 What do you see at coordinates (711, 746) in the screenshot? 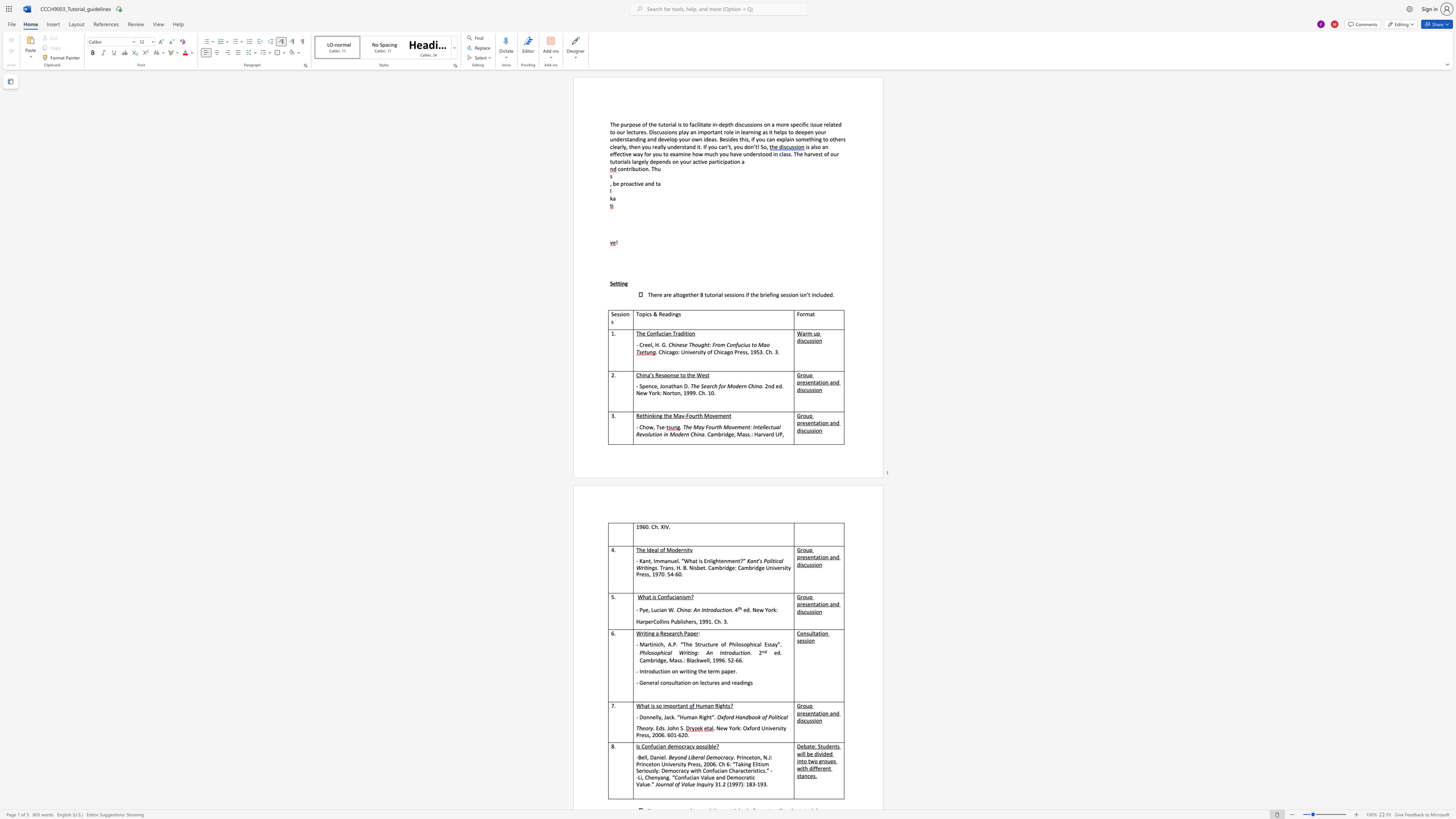
I see `the subset text "le" within the text "Is Confucian democracy possible?"` at bounding box center [711, 746].